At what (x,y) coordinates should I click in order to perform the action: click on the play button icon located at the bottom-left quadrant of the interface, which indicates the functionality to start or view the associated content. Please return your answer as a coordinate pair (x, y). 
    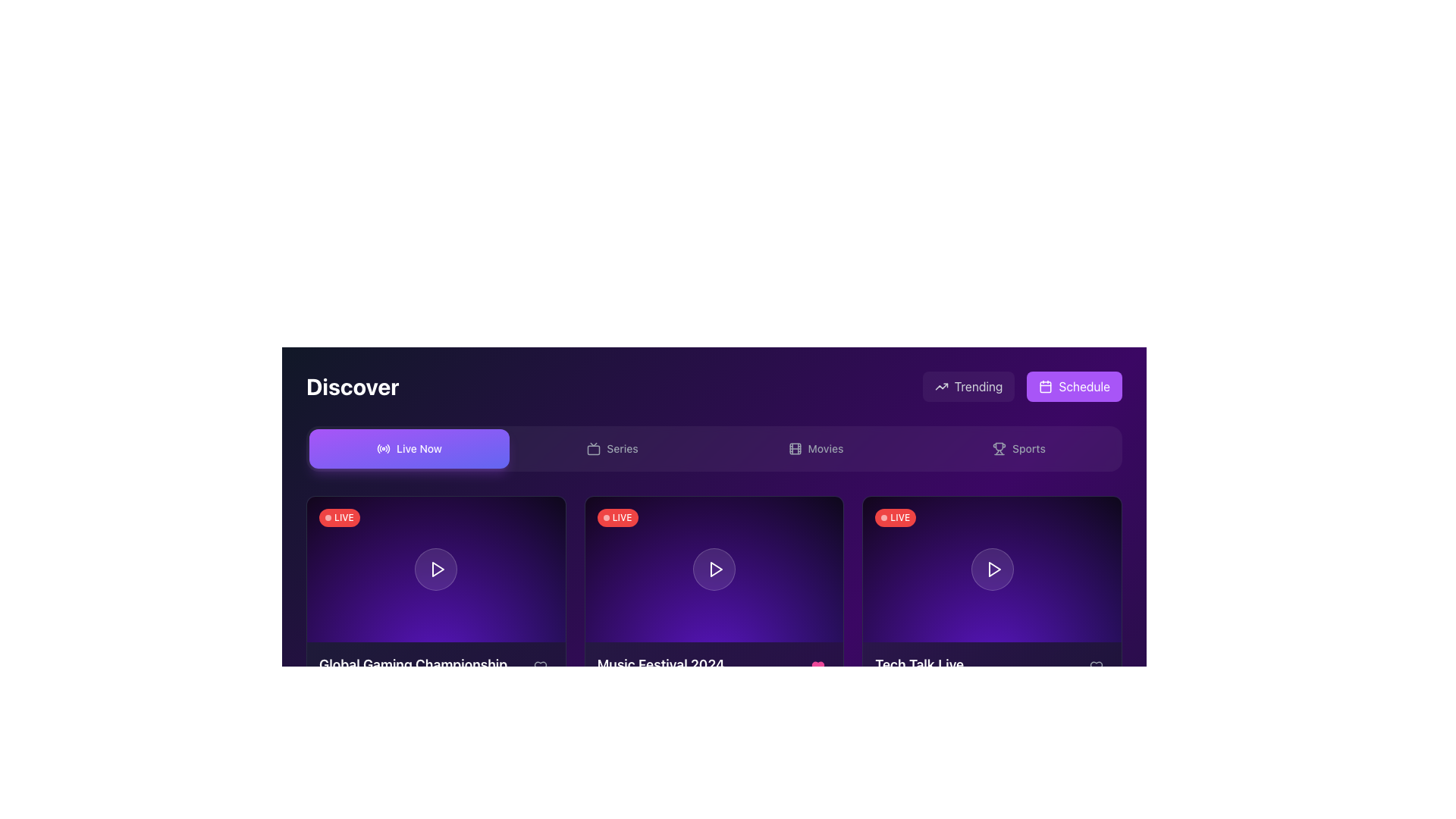
    Looking at the image, I should click on (438, 569).